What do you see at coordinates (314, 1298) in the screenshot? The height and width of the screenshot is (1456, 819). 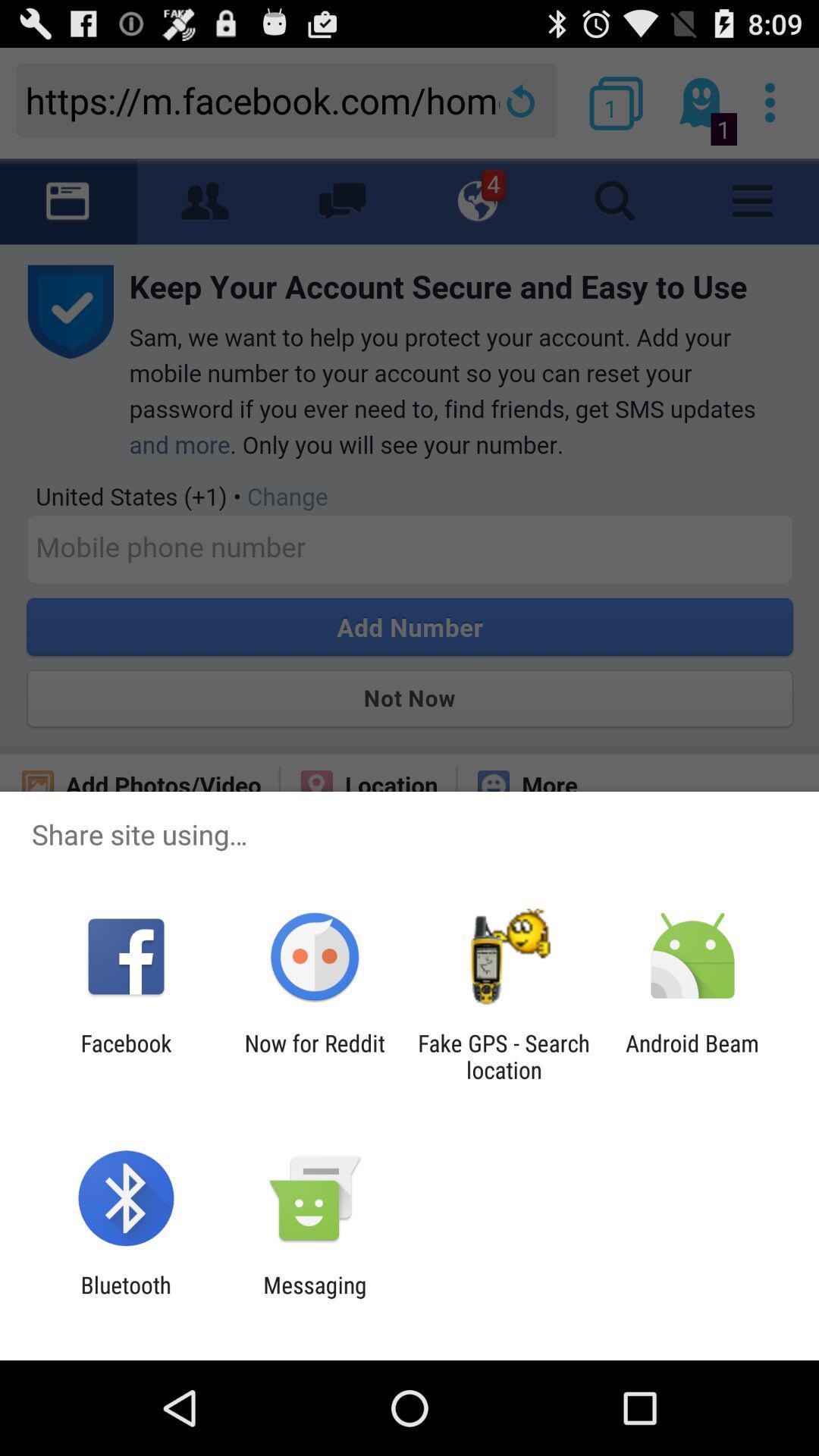 I see `the messaging app` at bounding box center [314, 1298].